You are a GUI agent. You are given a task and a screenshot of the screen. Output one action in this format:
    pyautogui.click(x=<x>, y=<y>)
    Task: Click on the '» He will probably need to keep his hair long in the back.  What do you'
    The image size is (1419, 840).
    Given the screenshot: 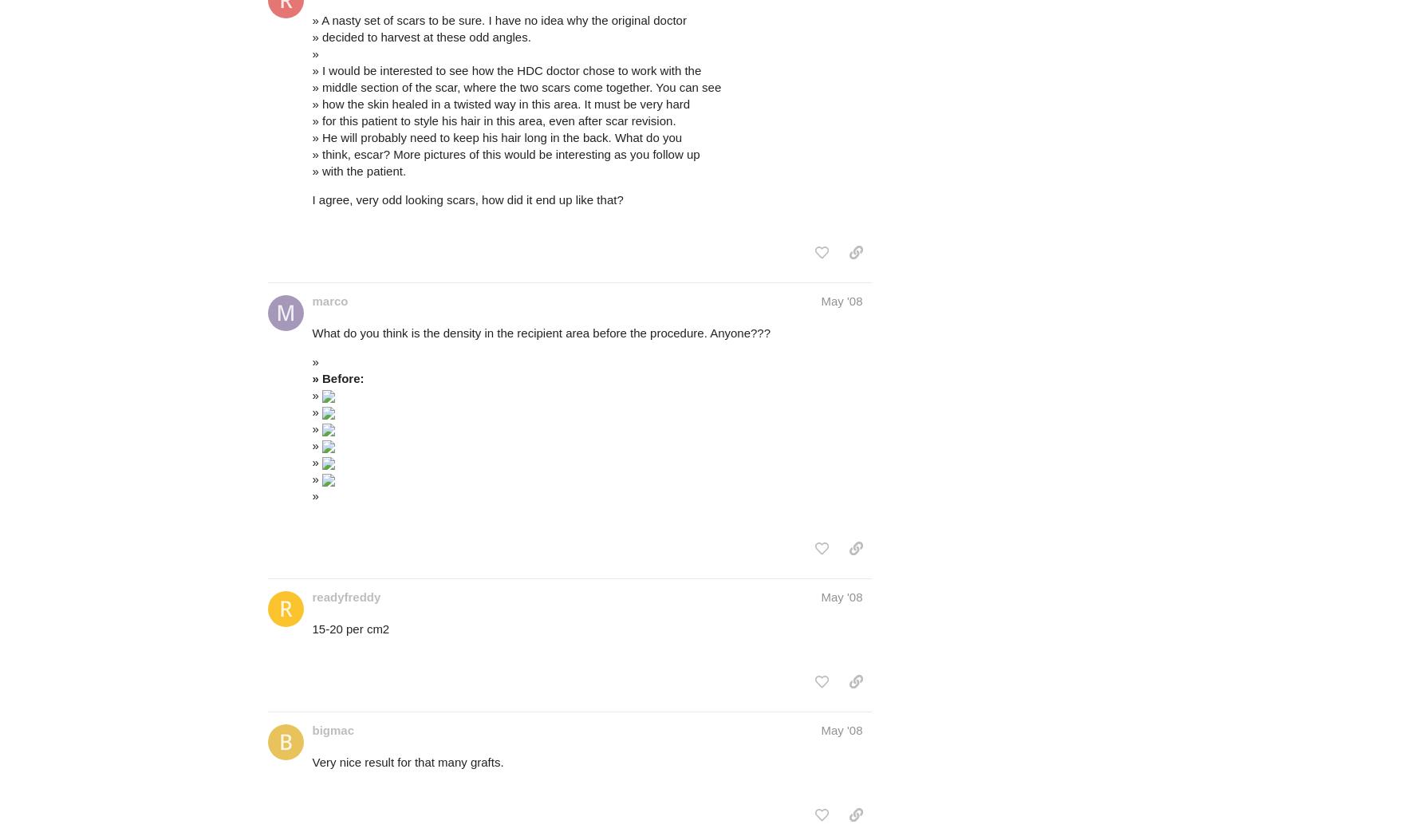 What is the action you would take?
    pyautogui.click(x=496, y=136)
    